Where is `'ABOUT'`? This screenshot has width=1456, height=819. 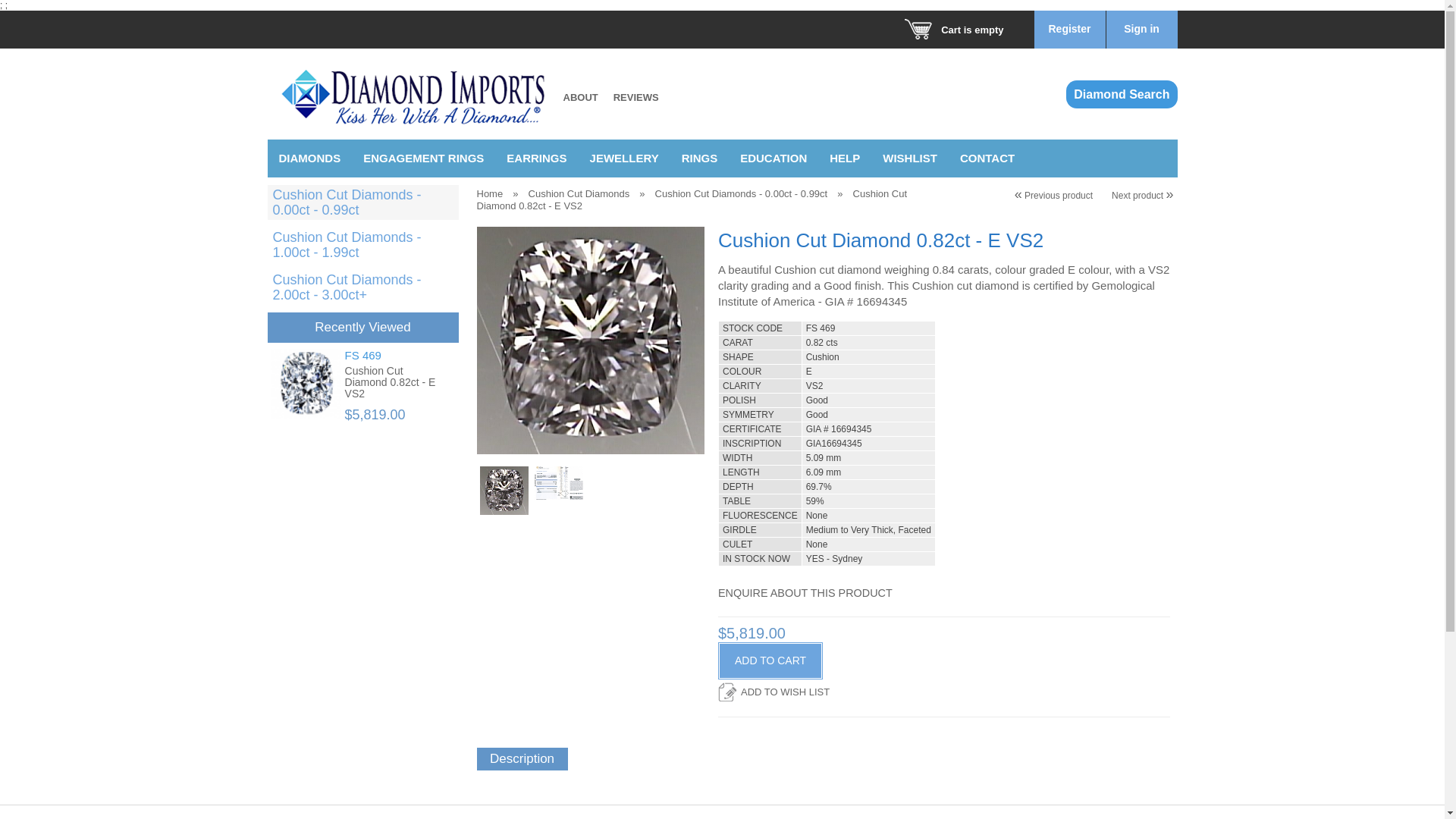
'ABOUT' is located at coordinates (580, 99).